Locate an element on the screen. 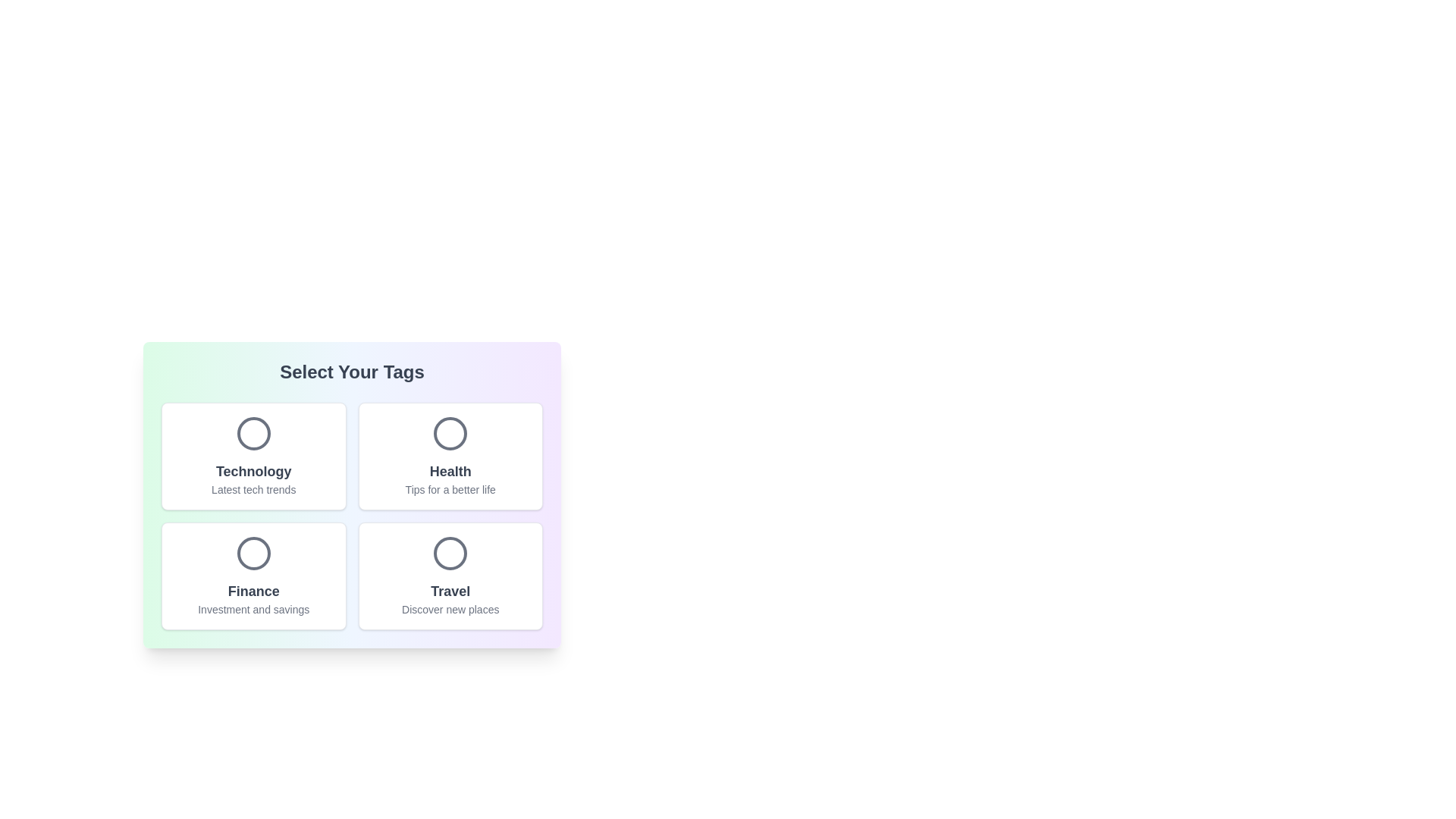 Image resolution: width=1456 pixels, height=819 pixels. the tag card labeled Finance to toggle its selection is located at coordinates (253, 576).